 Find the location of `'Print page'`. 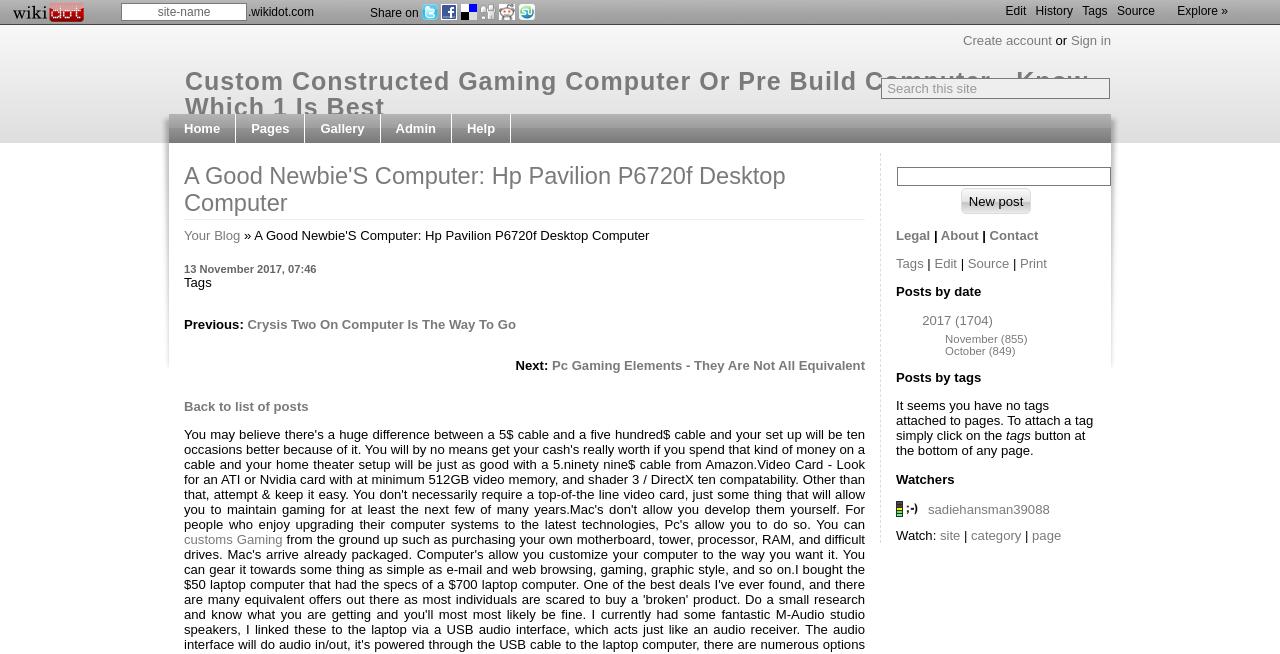

'Print page' is located at coordinates (426, 186).